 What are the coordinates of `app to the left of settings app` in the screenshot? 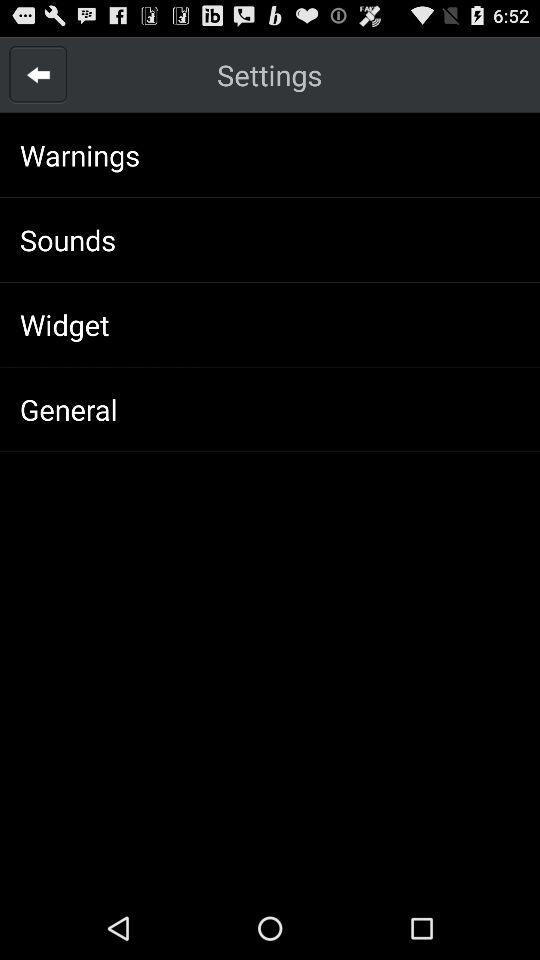 It's located at (38, 74).